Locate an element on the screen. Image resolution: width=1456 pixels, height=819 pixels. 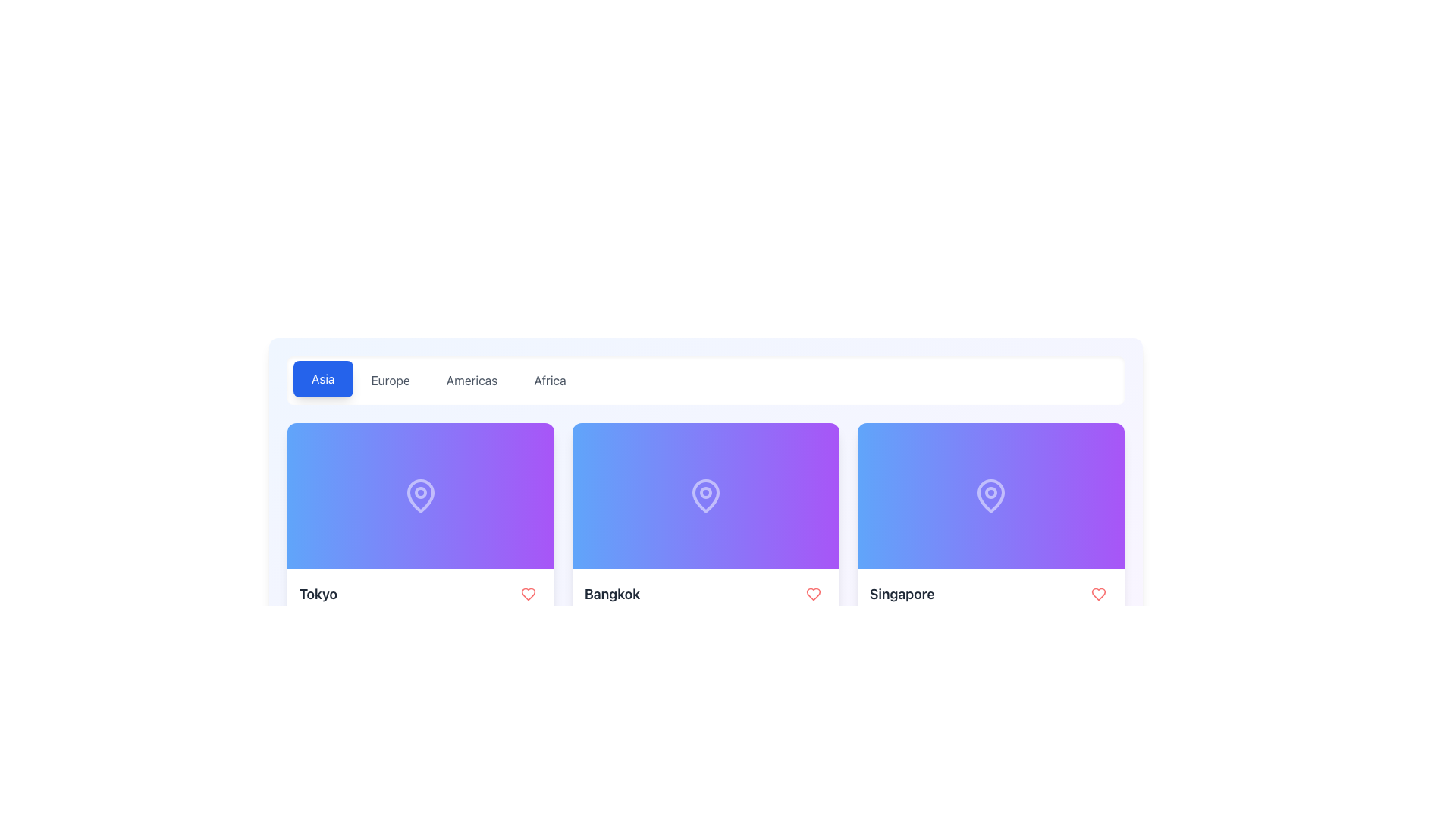
the heart-shaped button styled in red, located at the bottom-right corner of the card labeled 'Singapore' is located at coordinates (1099, 593).